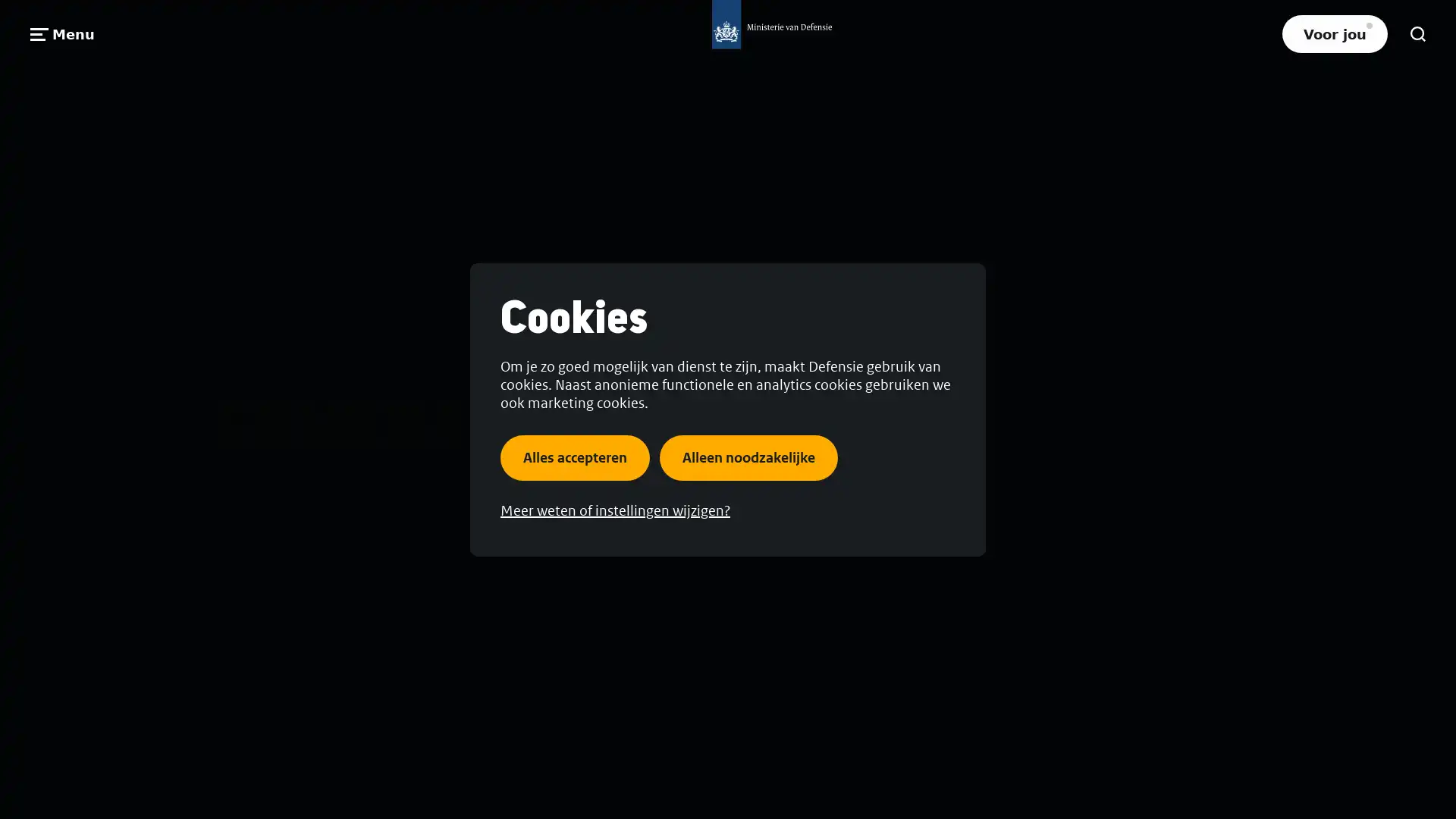 The width and height of the screenshot is (1456, 819). Describe the element at coordinates (61, 33) in the screenshot. I see `Menu openen` at that location.